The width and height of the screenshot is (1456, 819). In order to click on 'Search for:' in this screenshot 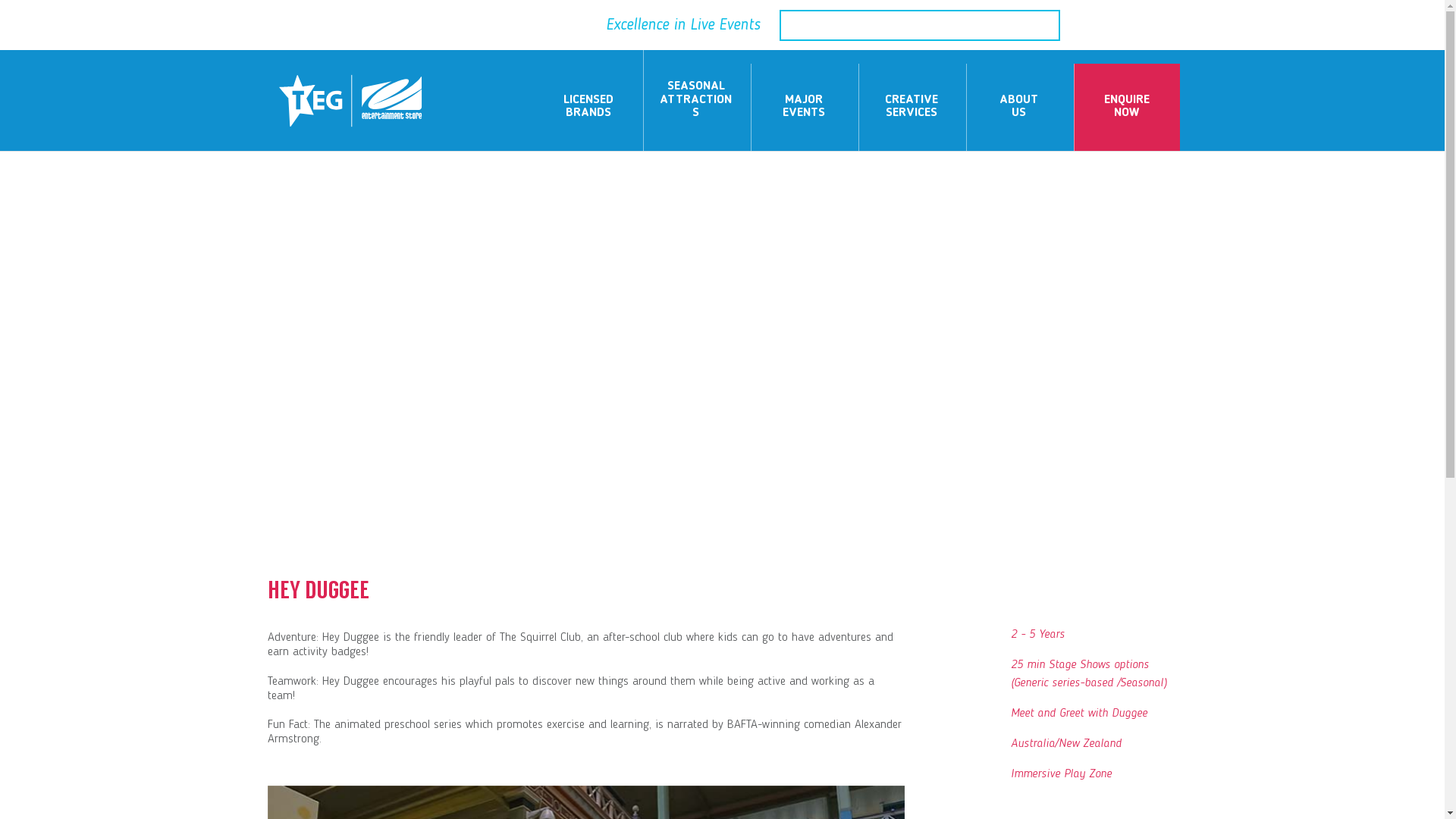, I will do `click(919, 25)`.